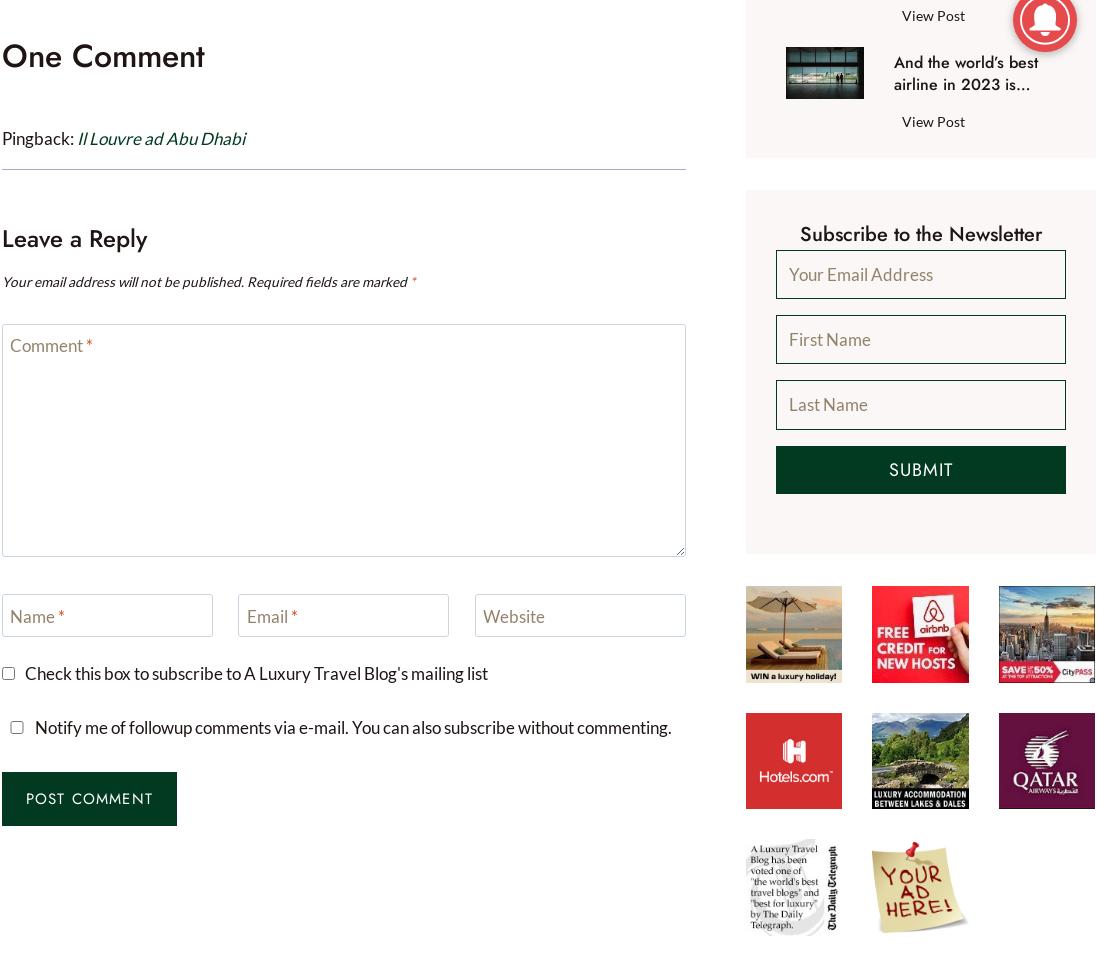  I want to click on 'Required fields are marked', so click(326, 280).